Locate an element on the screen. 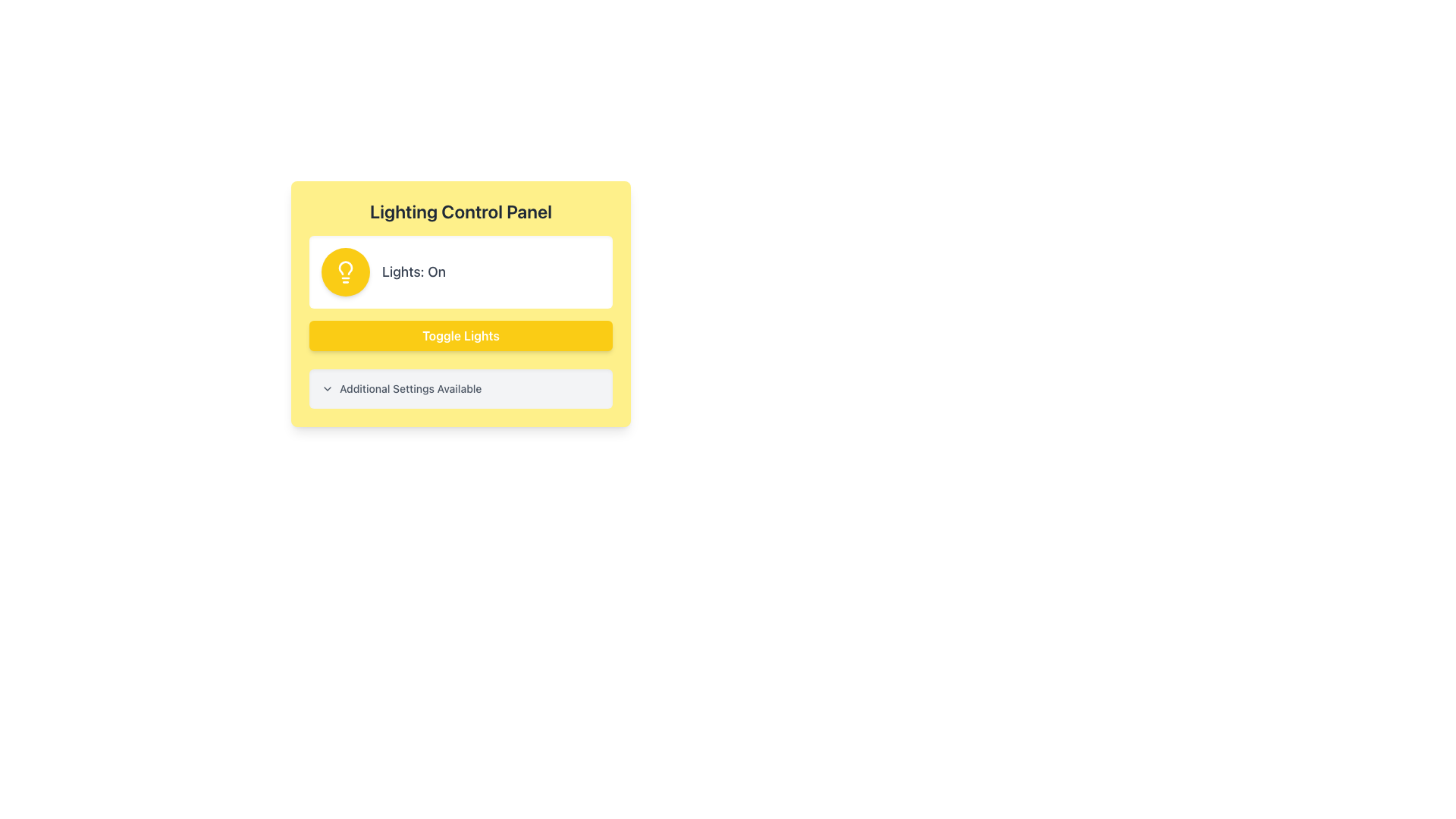 The height and width of the screenshot is (819, 1456). information from the Informational Label with Icon located below the 'Toggle Lights' button in the 'Lighting Control Panel' is located at coordinates (460, 388).